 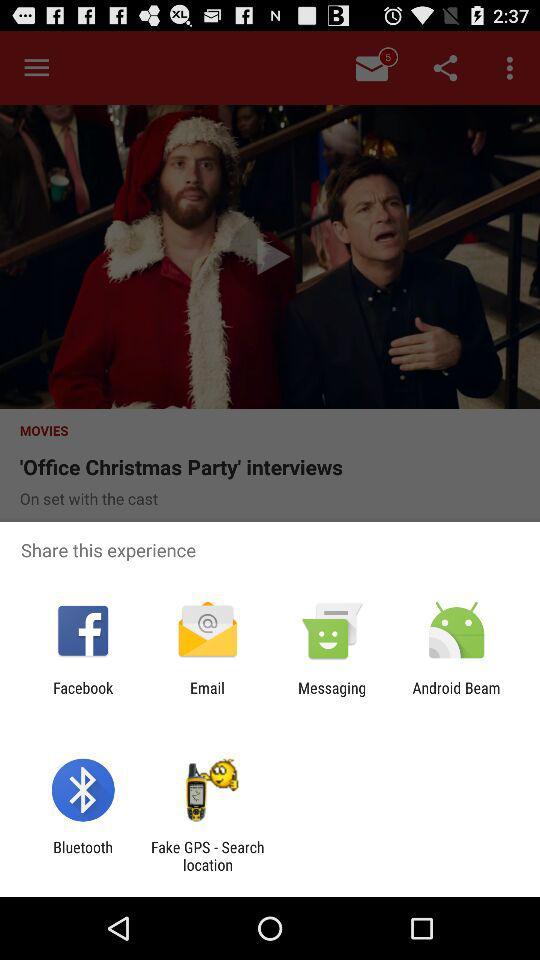 What do you see at coordinates (206, 696) in the screenshot?
I see `item to the right of the facebook app` at bounding box center [206, 696].